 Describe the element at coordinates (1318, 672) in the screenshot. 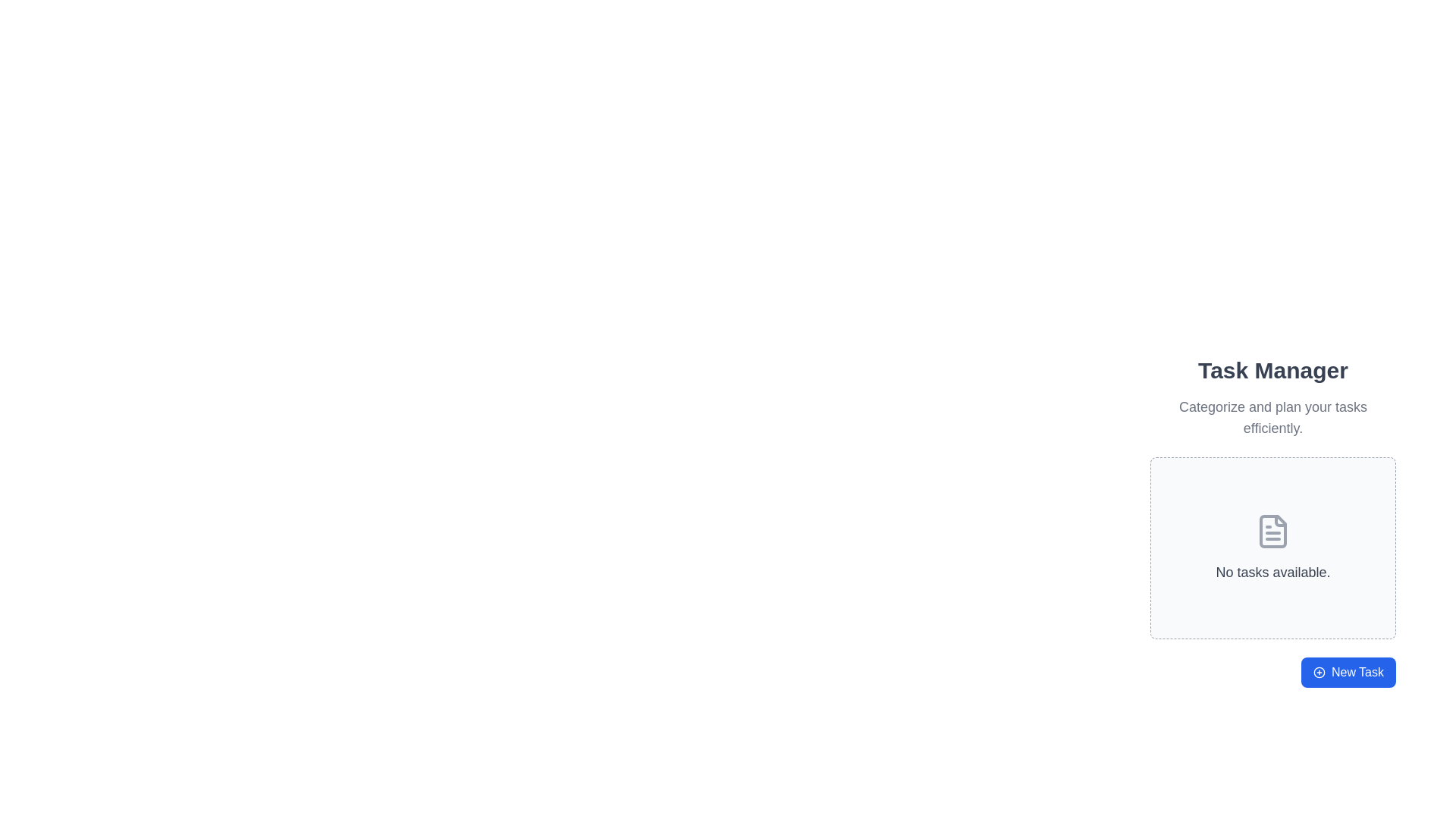

I see `the circular icon with a plus symbol at its center, styled with a blue background and white strokes, located at the left edge within the 'New Task' button at the bottom-right corner of the interface to possibly reveal more information` at that location.